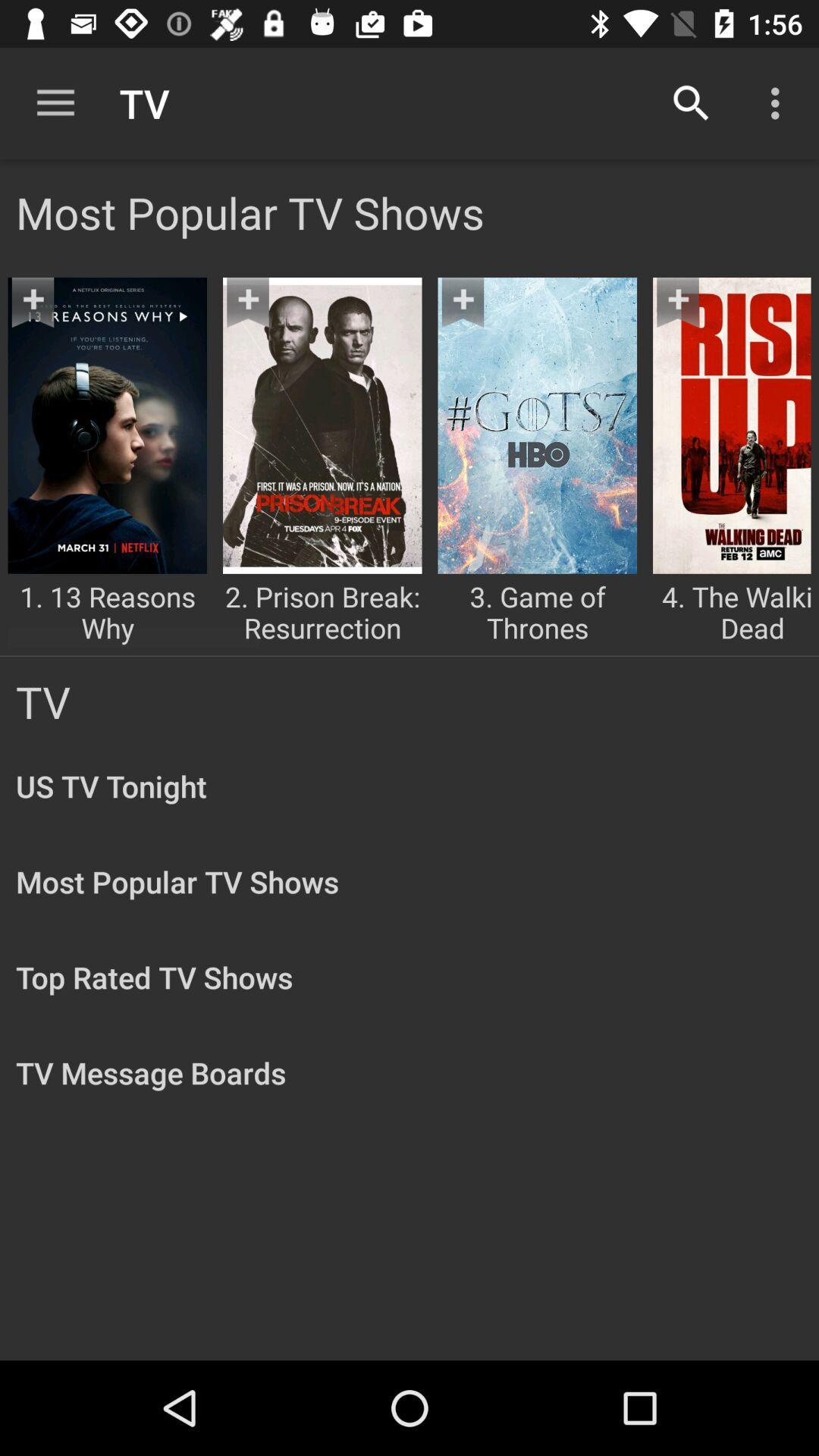 The height and width of the screenshot is (1456, 819). What do you see at coordinates (55, 102) in the screenshot?
I see `the icon to the left of the tv` at bounding box center [55, 102].